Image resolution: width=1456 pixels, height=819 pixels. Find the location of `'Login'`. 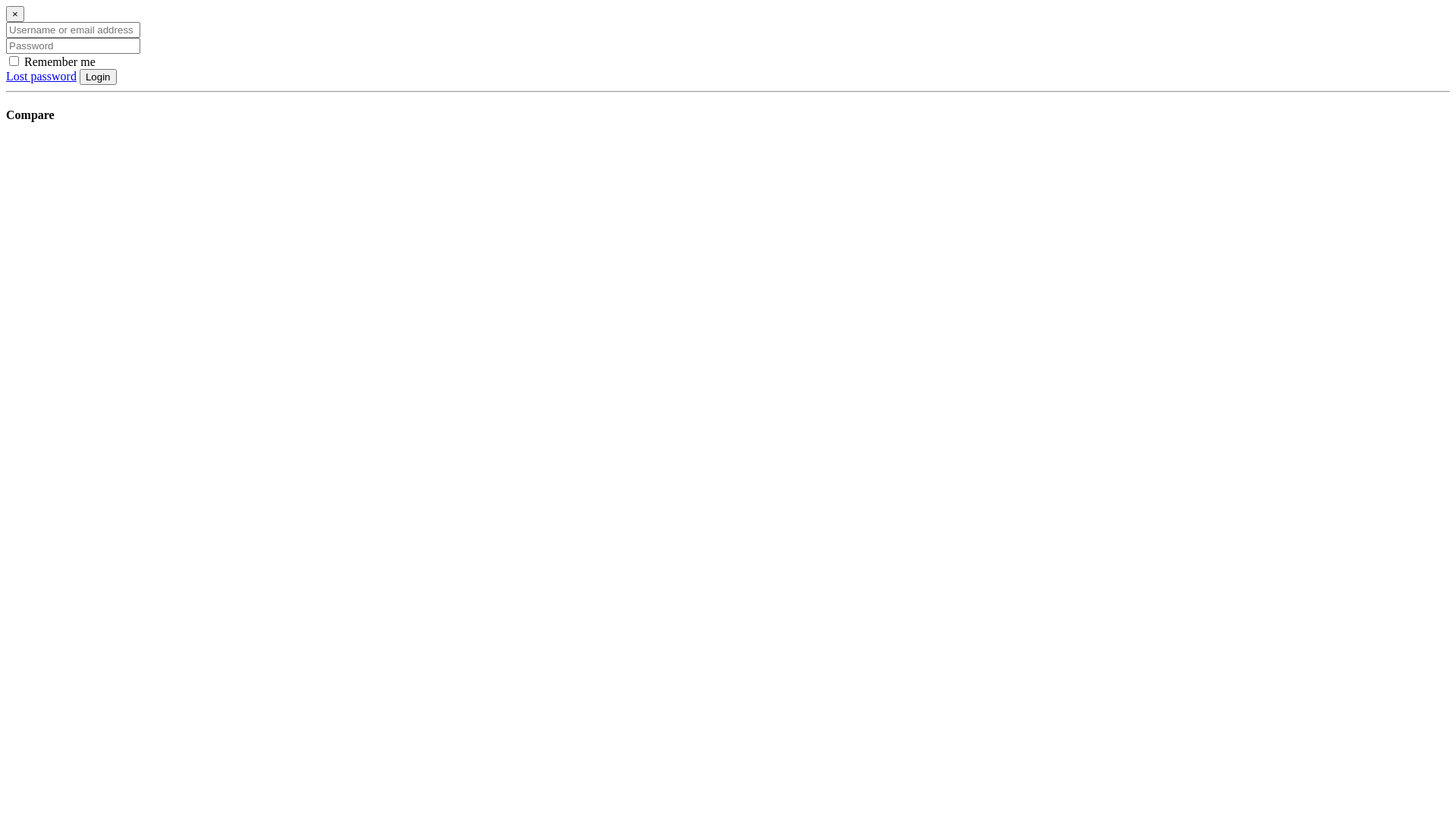

'Login' is located at coordinates (97, 77).